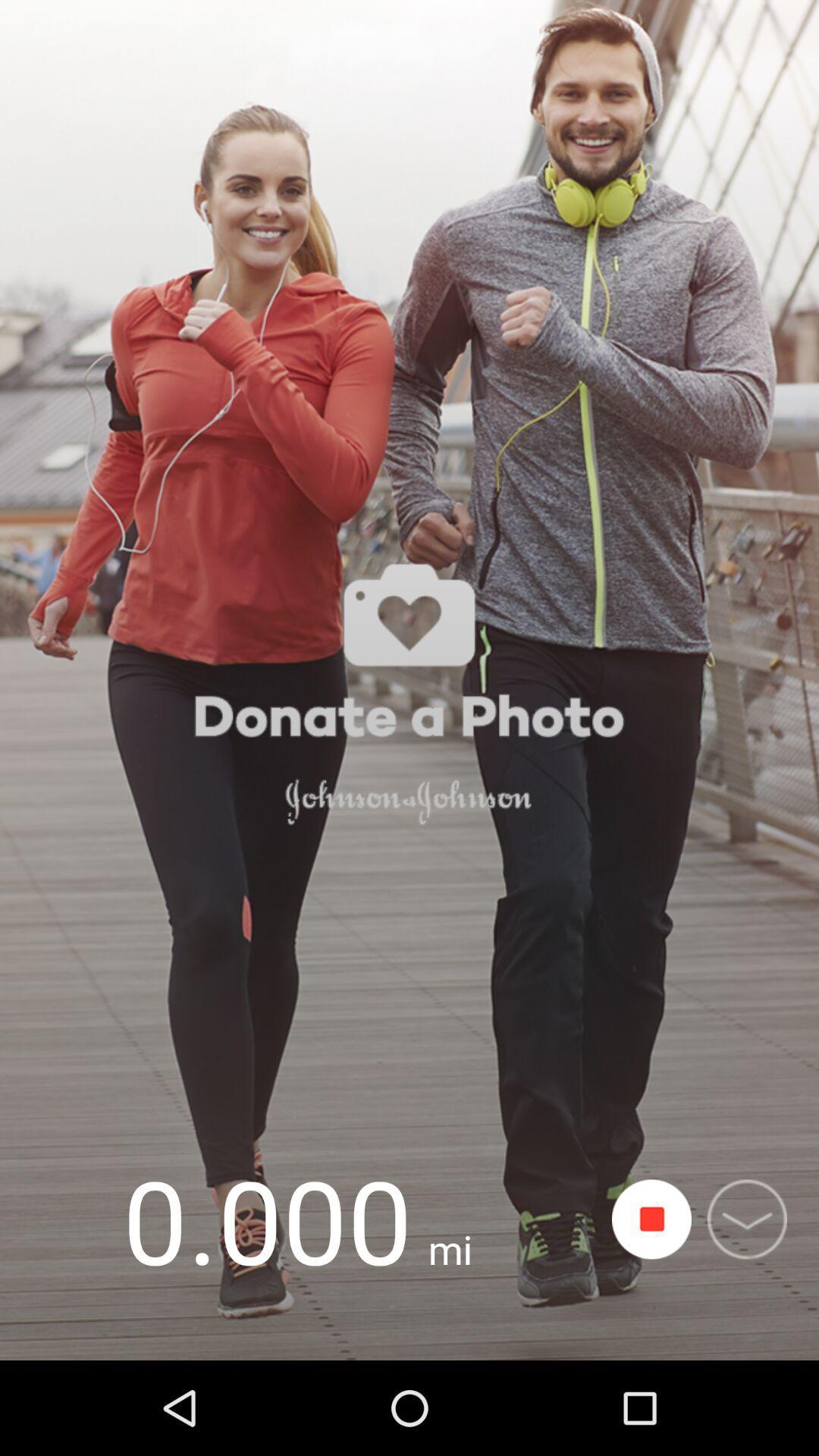 This screenshot has width=819, height=1456. I want to click on start or stop counting steps, so click(651, 1219).